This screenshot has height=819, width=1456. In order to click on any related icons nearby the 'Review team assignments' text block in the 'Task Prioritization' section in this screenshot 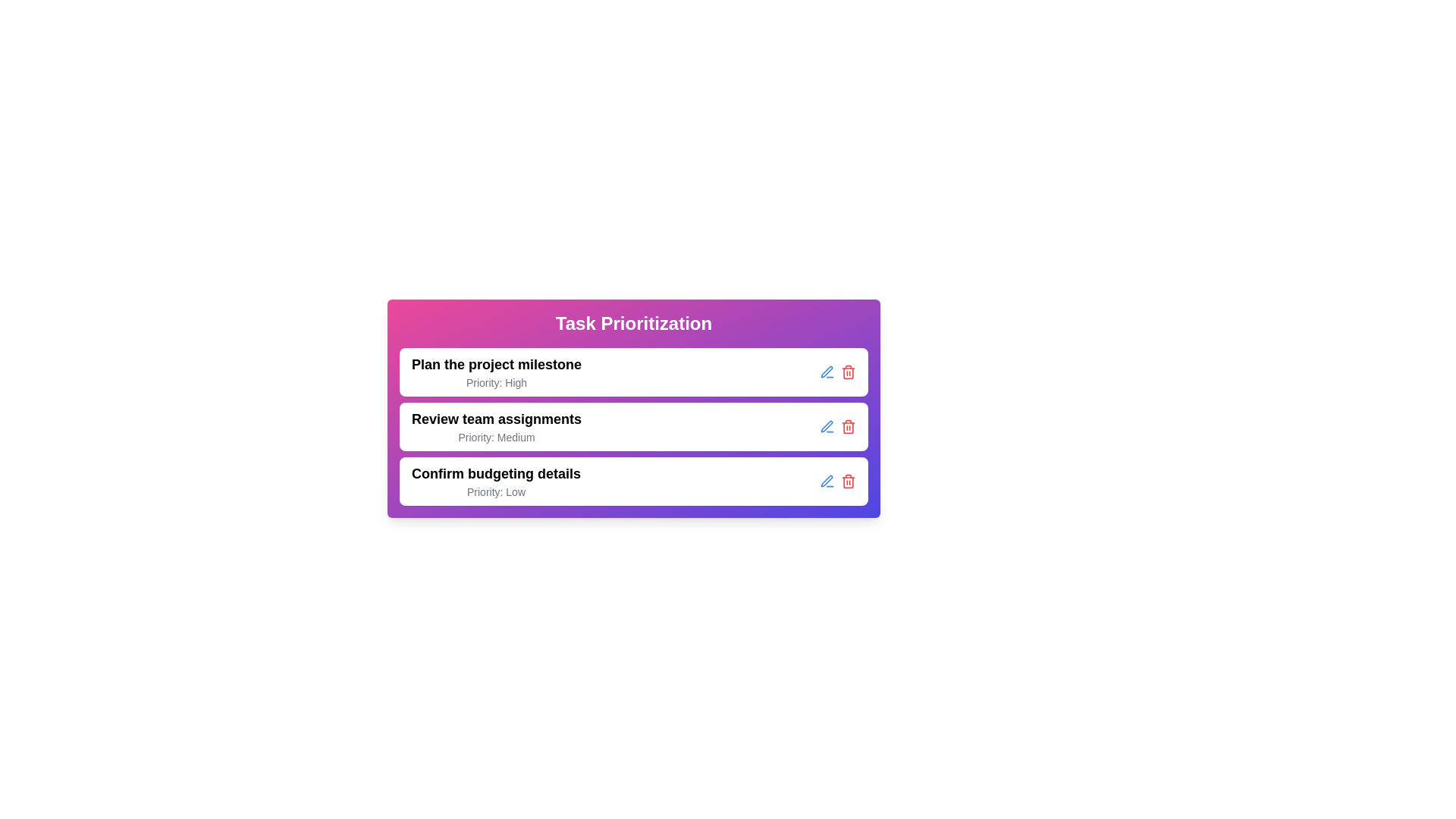, I will do `click(497, 427)`.